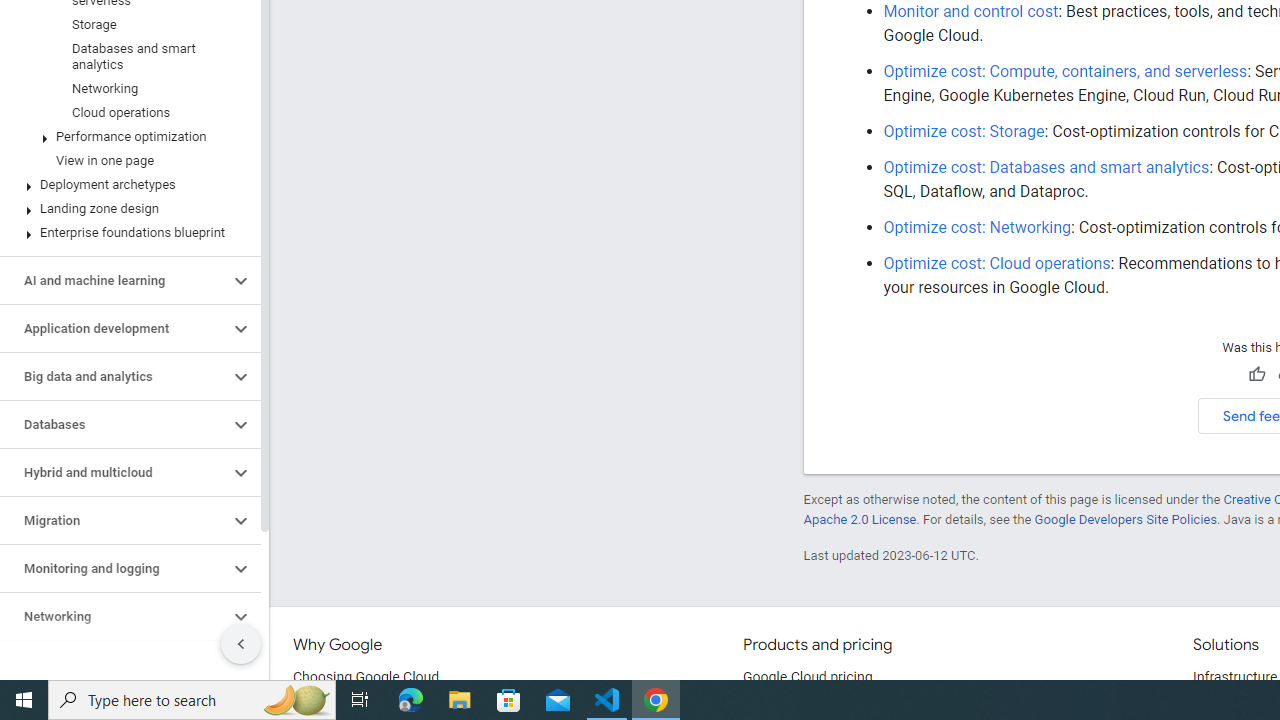 The width and height of the screenshot is (1280, 720). What do you see at coordinates (1045, 166) in the screenshot?
I see `'Optimize cost: Databases and smart analytics'` at bounding box center [1045, 166].